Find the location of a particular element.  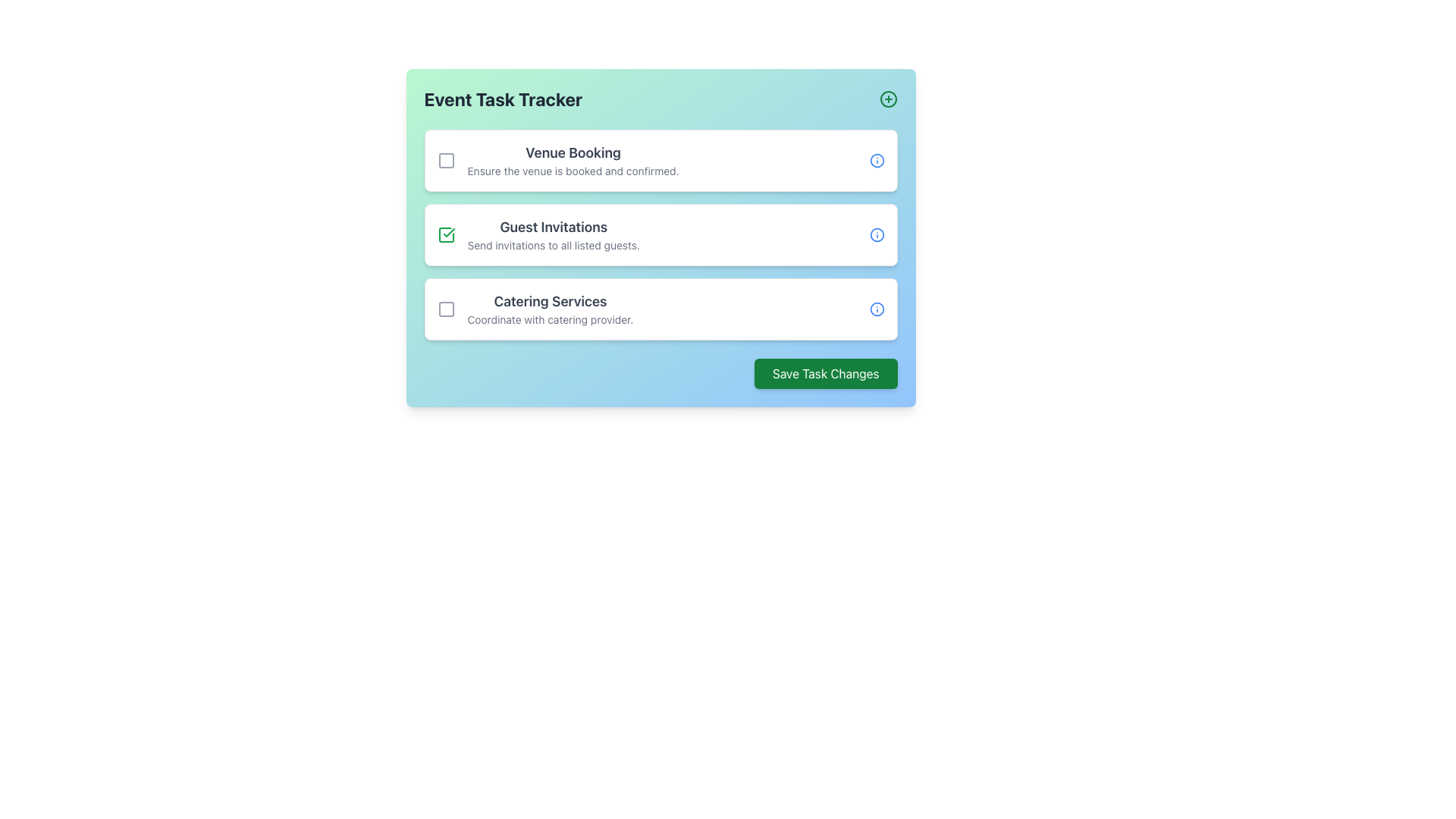

the explanatory text 'Ensure the venue is booked and confirmed.' which is styled with a smaller gray font and positioned directly below the heading 'Venue Booking' in the task tracker interface is located at coordinates (573, 171).